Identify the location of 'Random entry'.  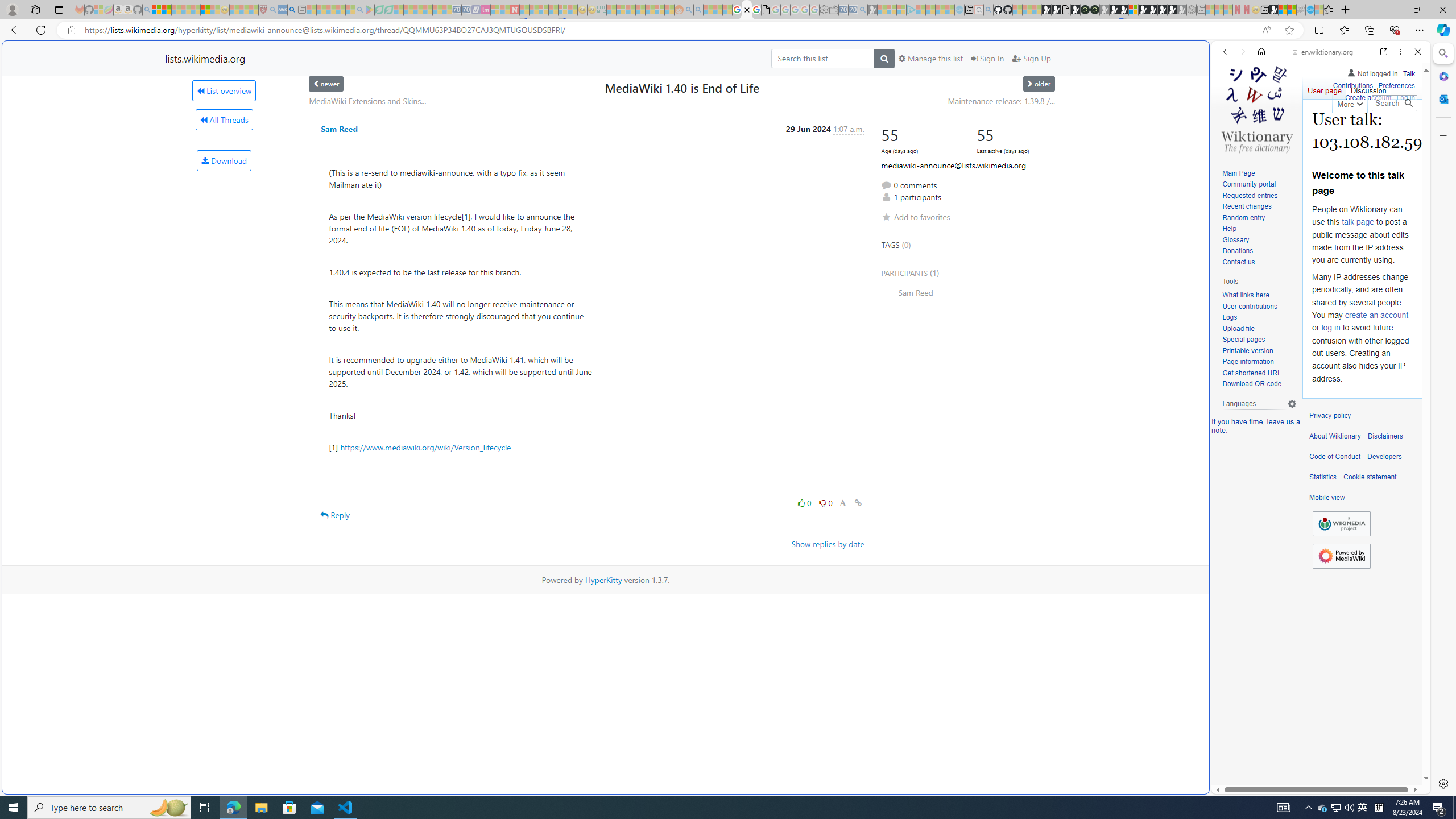
(1243, 217).